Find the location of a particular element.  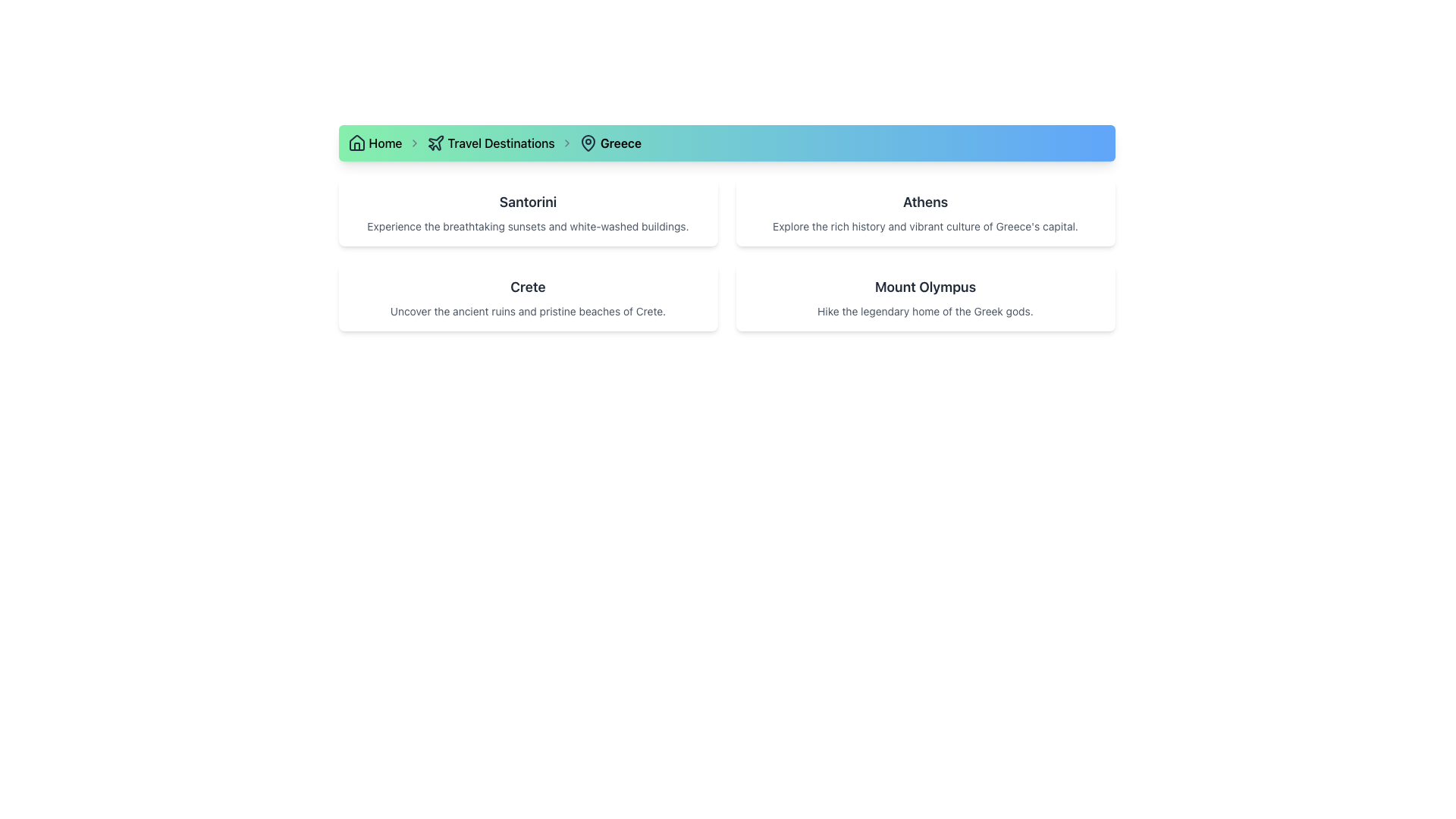

the descriptive text about Athens located directly below the heading 'Athens' in the top-right card section of the interface is located at coordinates (924, 227).